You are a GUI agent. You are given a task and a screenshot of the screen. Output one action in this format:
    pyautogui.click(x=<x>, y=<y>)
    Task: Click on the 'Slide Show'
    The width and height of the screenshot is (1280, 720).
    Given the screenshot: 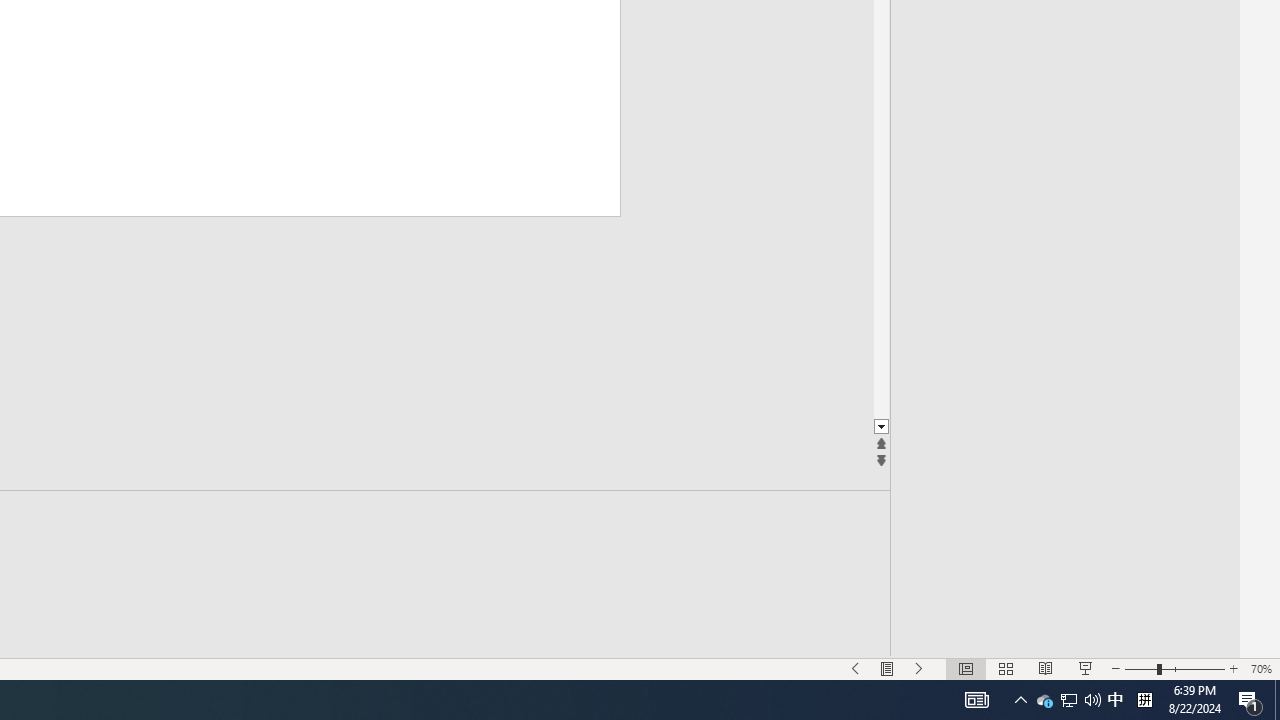 What is the action you would take?
    pyautogui.click(x=1085, y=669)
    